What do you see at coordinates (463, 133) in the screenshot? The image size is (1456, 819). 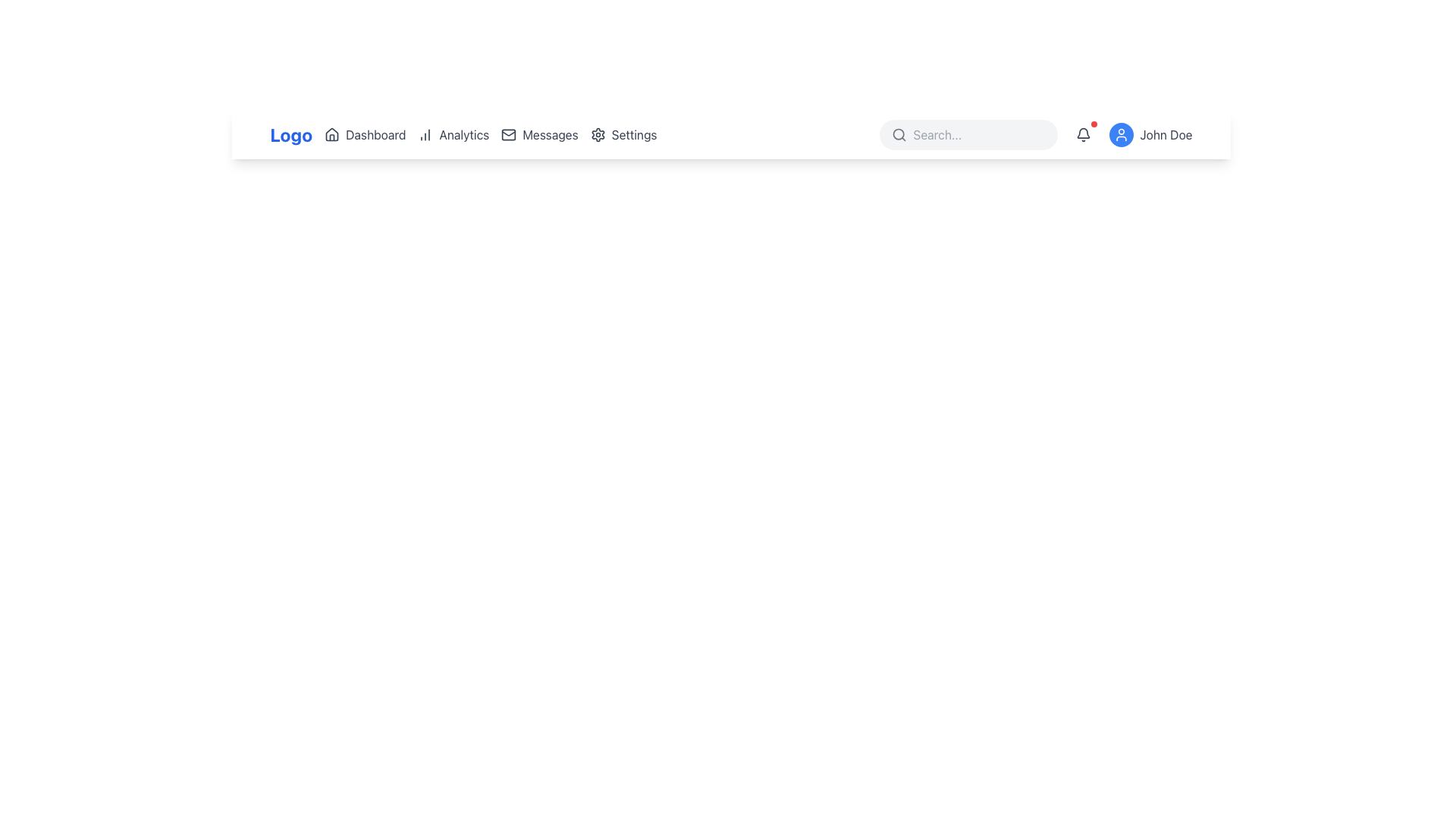 I see `the text label located in the navigation bar, which follows the 'Dashboard' section and precedes the 'Messages' section` at bounding box center [463, 133].